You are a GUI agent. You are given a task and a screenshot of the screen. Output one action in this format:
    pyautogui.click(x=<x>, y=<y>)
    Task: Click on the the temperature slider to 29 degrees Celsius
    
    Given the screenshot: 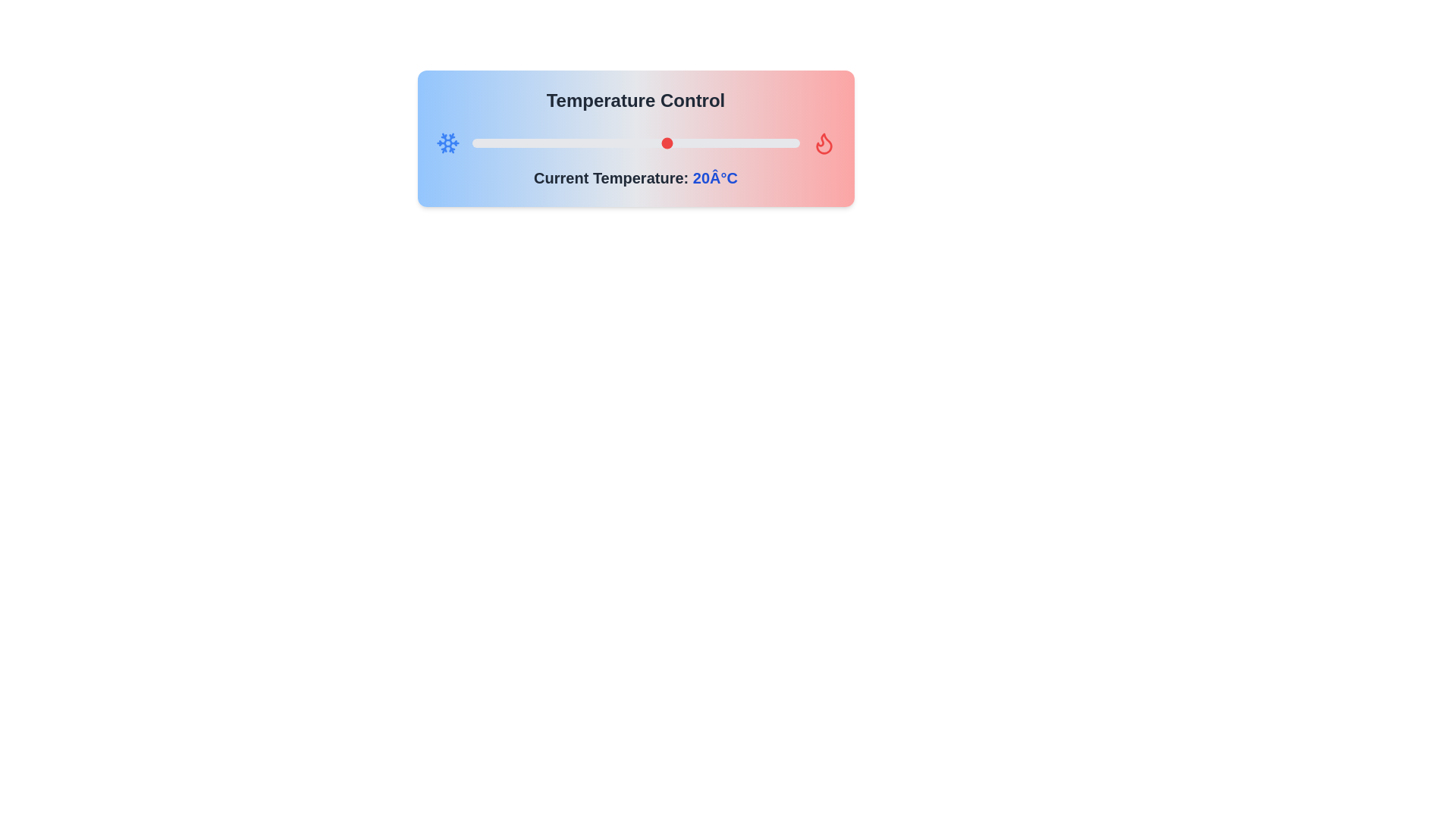 What is the action you would take?
    pyautogui.click(x=726, y=143)
    